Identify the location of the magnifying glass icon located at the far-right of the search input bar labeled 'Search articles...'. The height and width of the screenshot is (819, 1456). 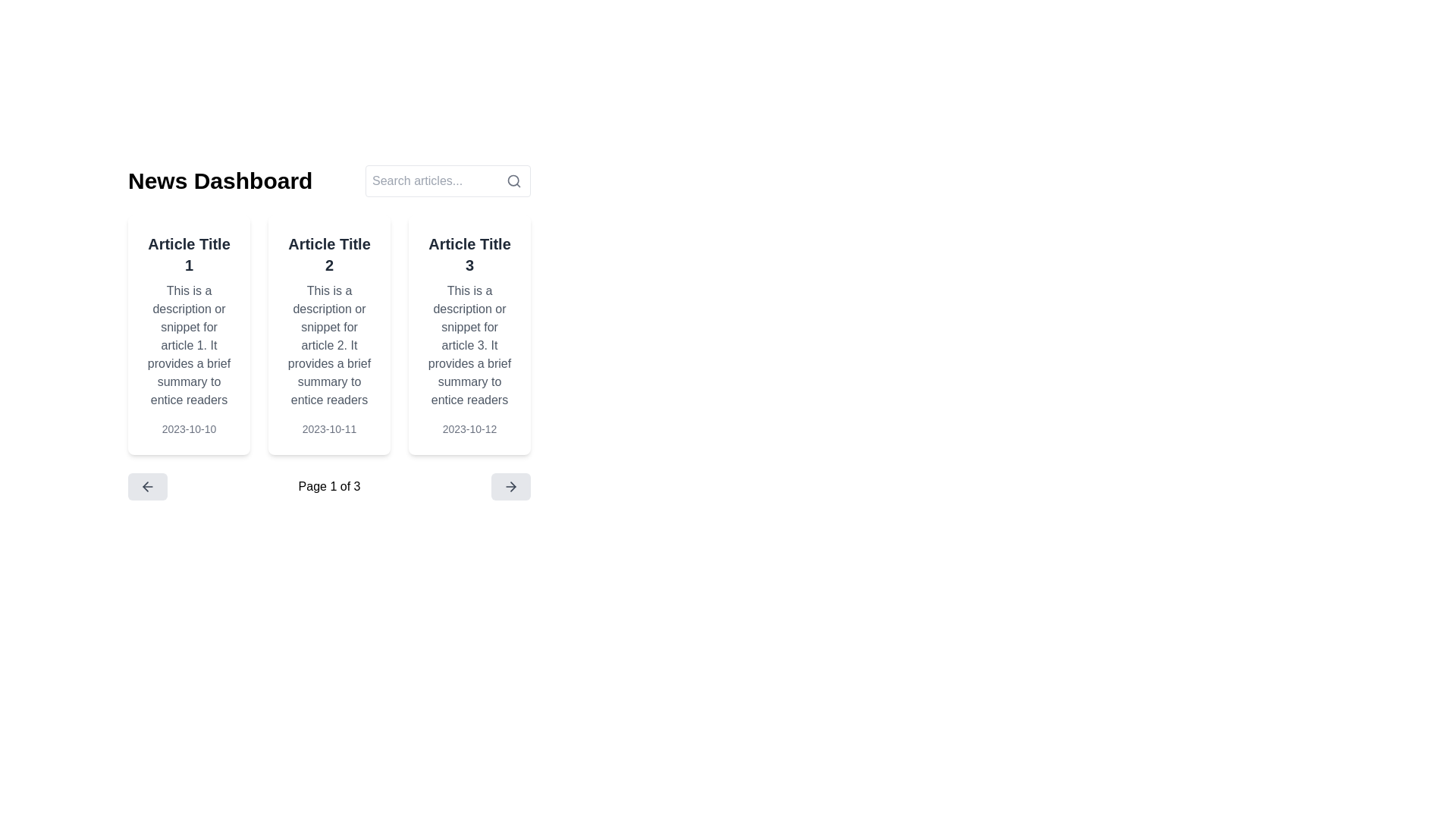
(513, 180).